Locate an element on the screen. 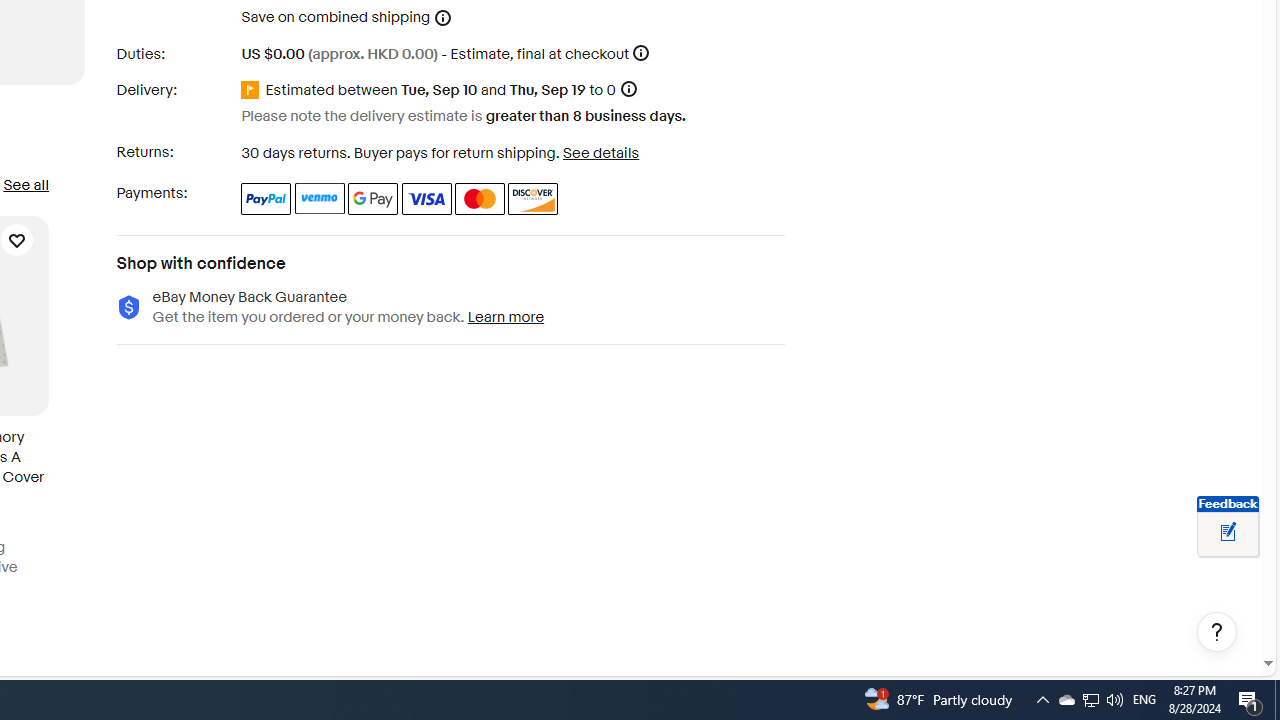  'See all' is located at coordinates (25, 185).